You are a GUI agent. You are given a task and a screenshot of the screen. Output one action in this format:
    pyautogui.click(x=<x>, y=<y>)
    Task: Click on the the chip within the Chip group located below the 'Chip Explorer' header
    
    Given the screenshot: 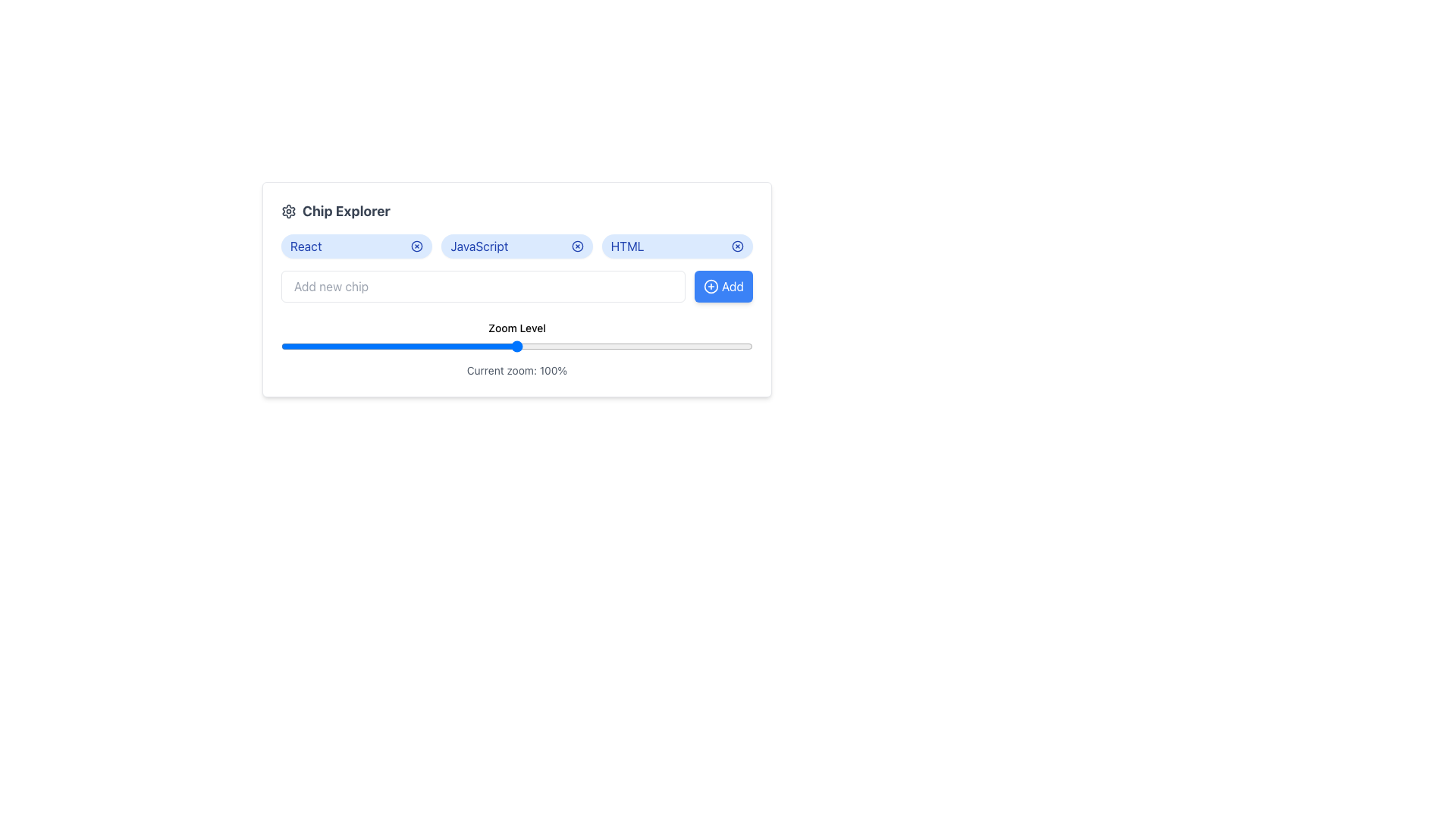 What is the action you would take?
    pyautogui.click(x=516, y=245)
    